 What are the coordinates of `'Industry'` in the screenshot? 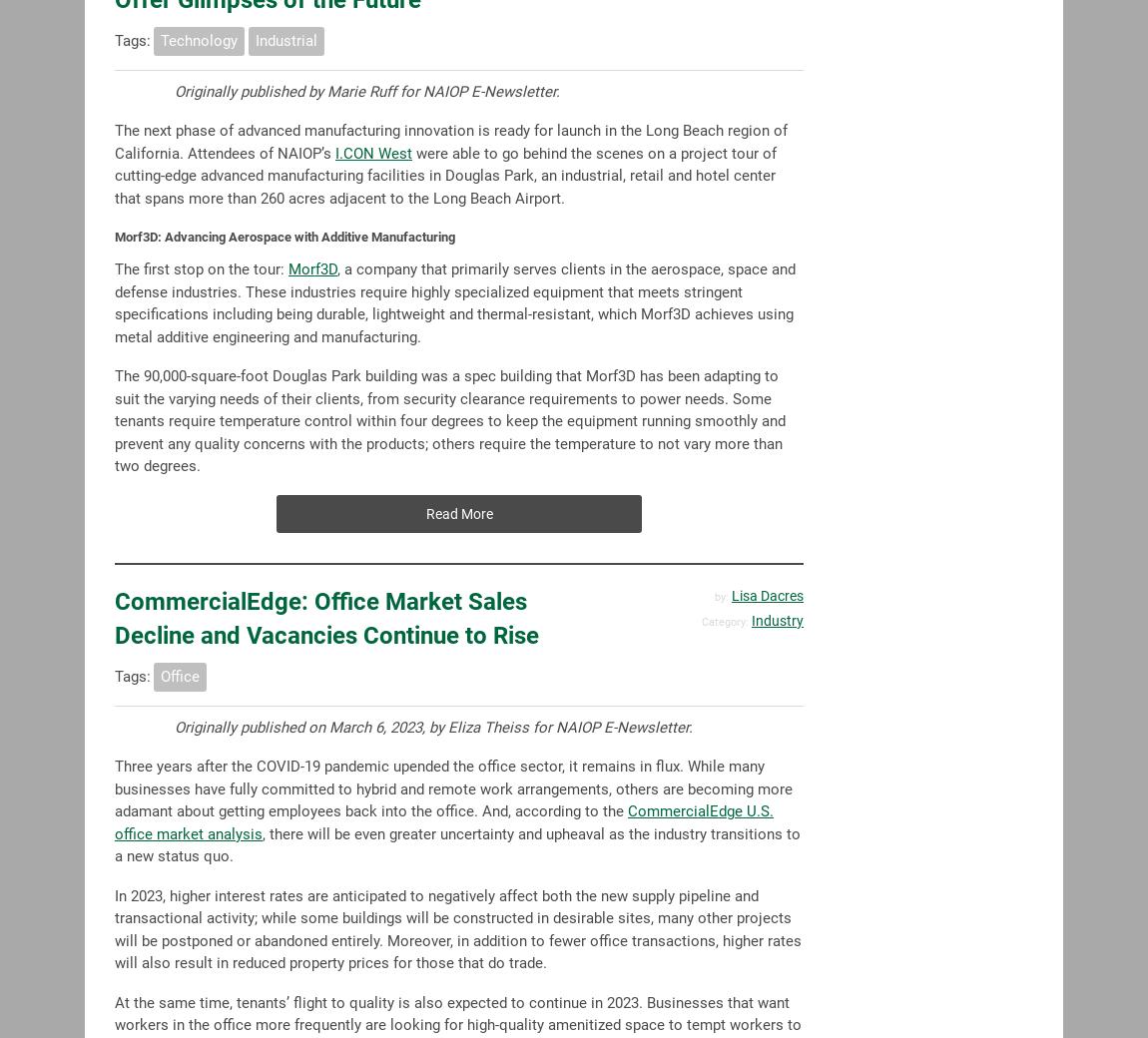 It's located at (777, 618).